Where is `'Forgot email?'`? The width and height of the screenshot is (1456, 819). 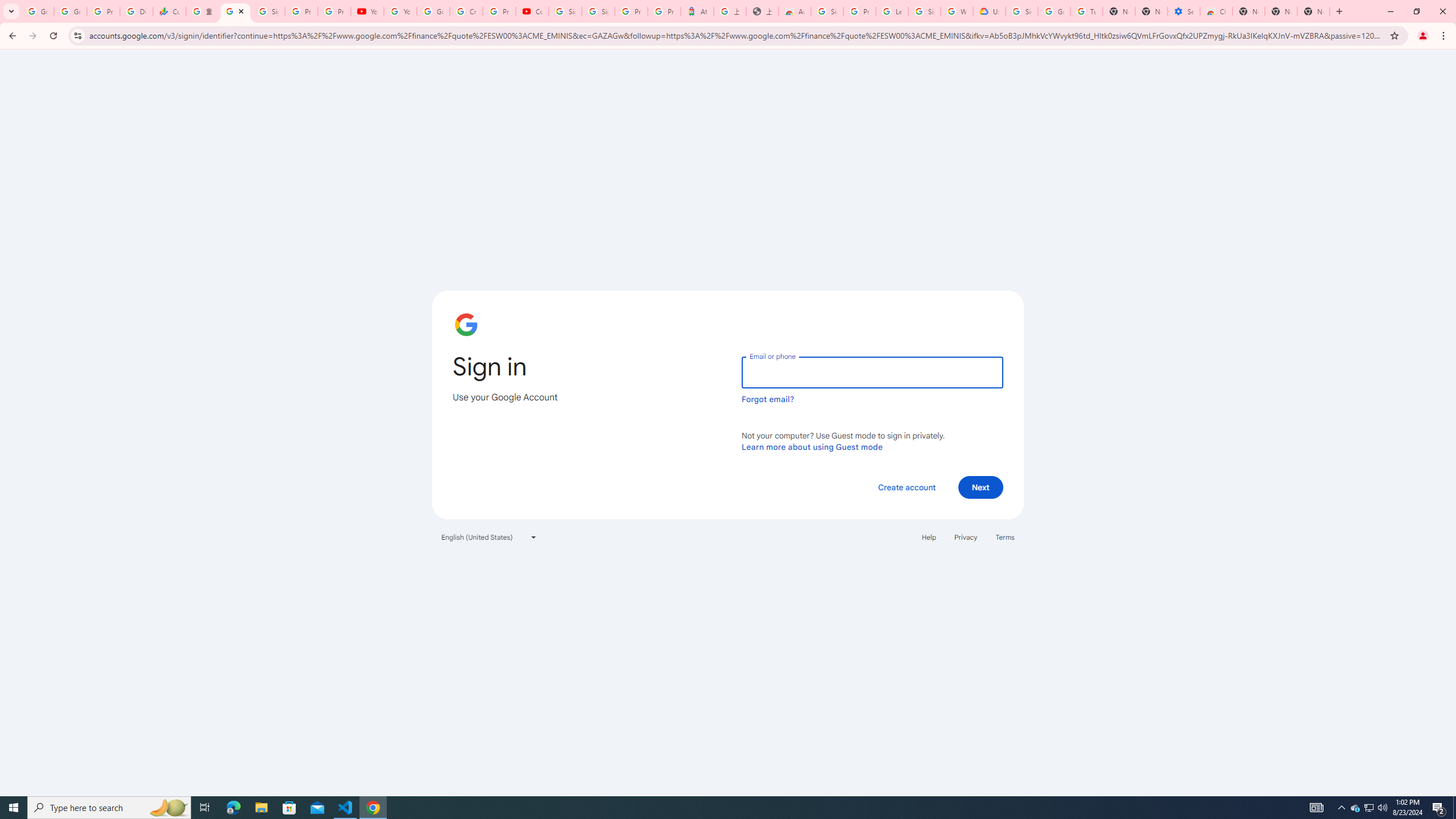 'Forgot email?' is located at coordinates (767, 399).